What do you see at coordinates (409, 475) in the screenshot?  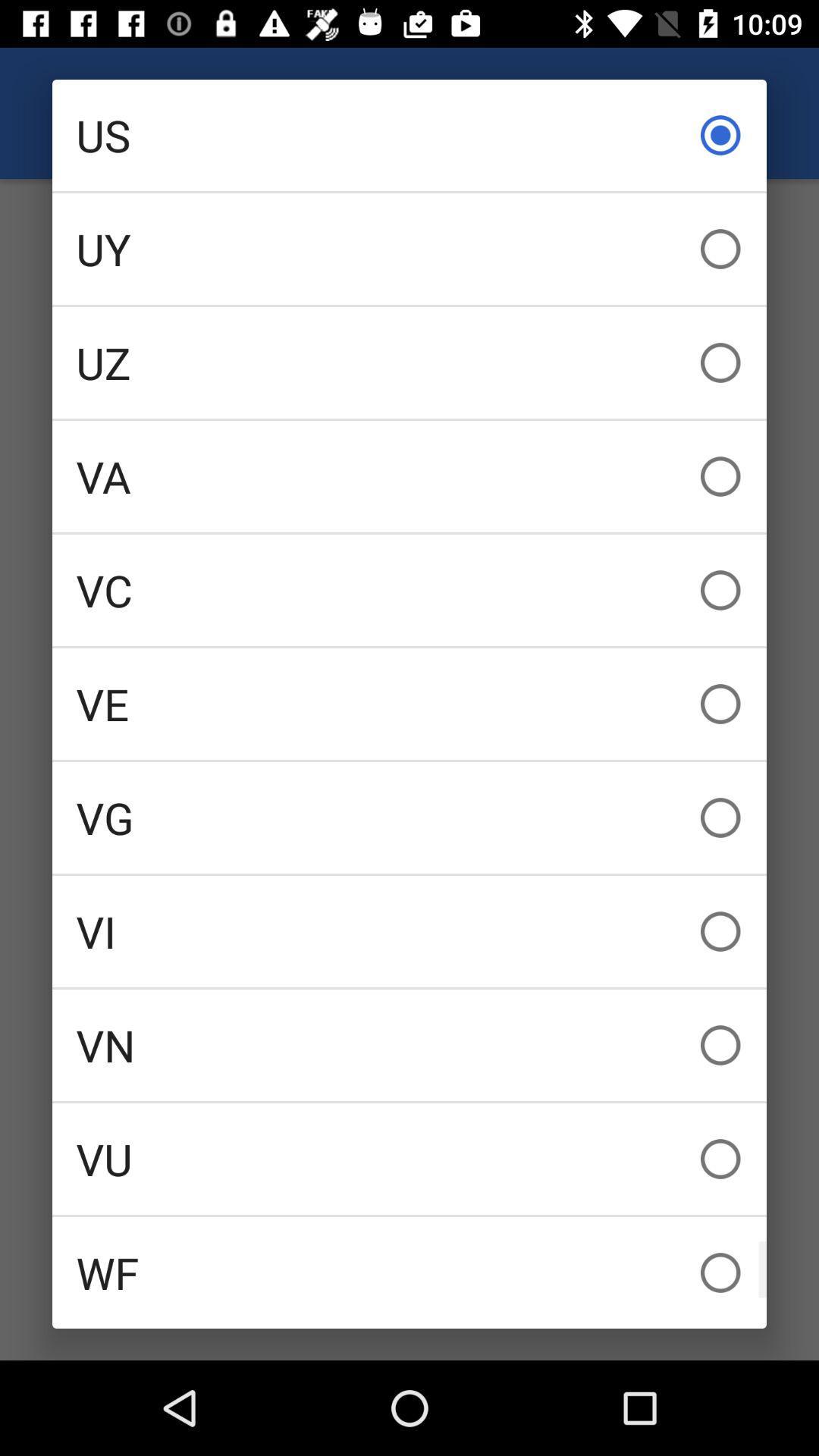 I see `item above the vc item` at bounding box center [409, 475].